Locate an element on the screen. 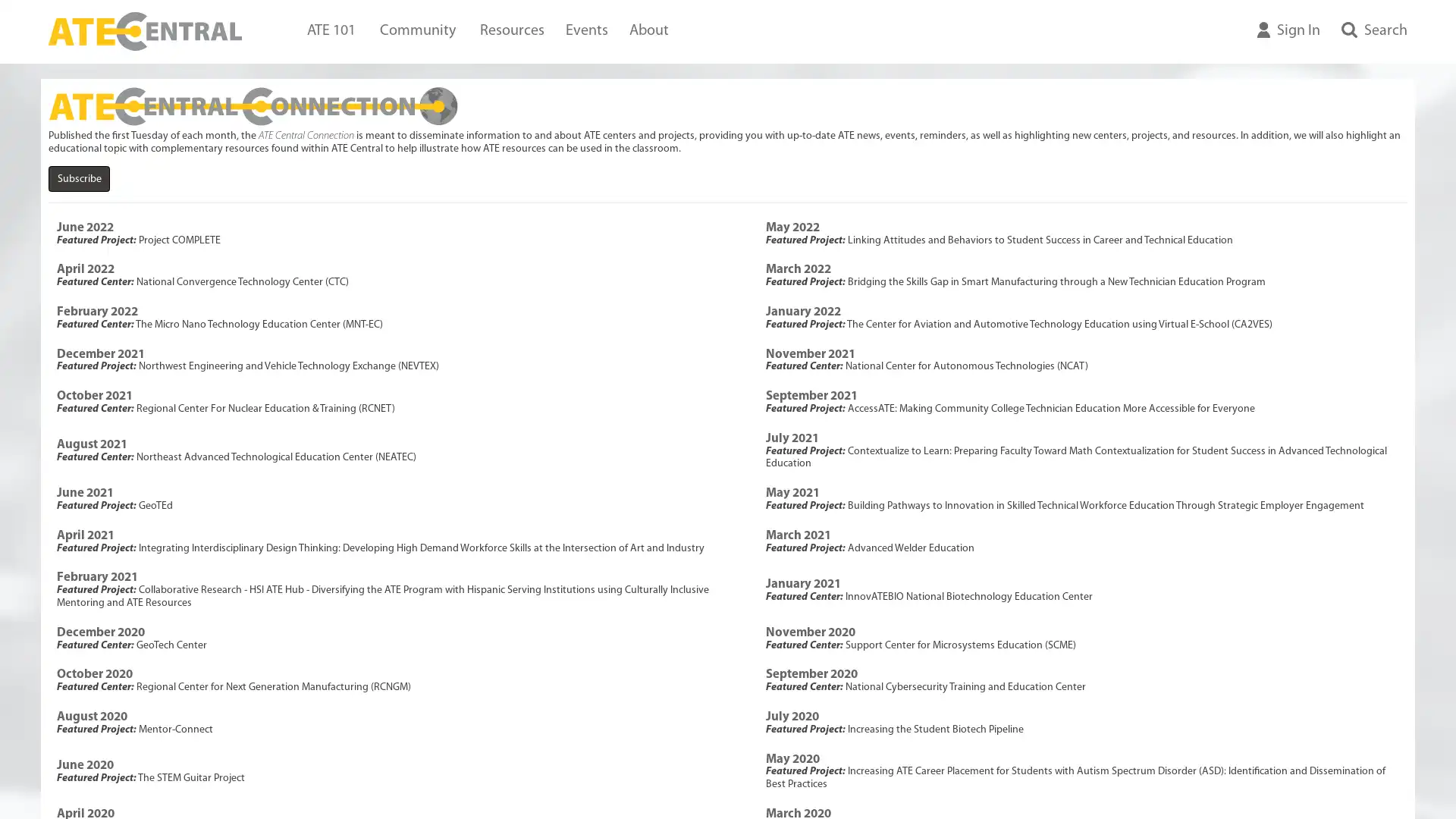  MagnifyingGlass Search is located at coordinates (1368, 31).